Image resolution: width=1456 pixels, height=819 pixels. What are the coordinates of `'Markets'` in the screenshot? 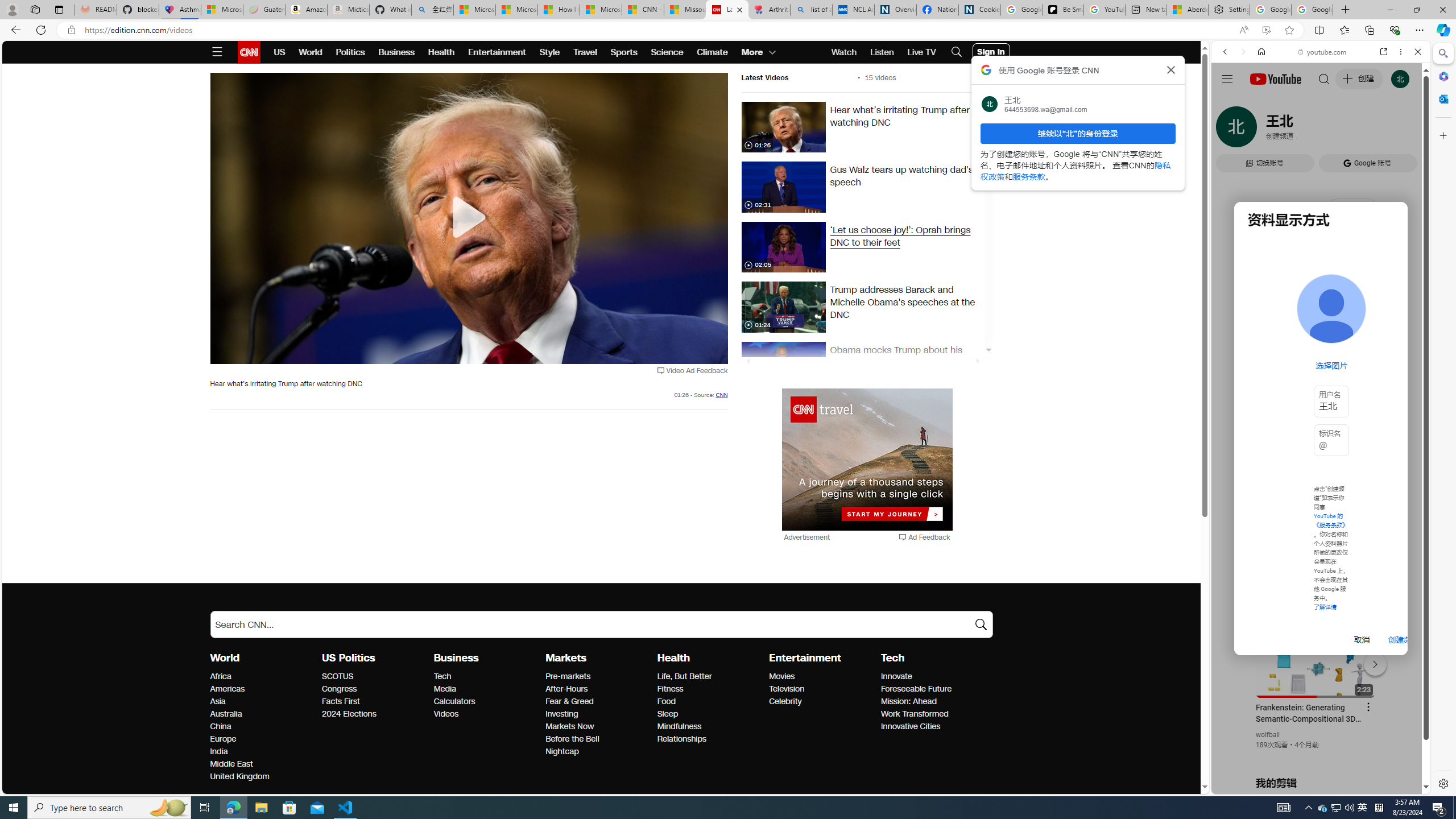 It's located at (565, 657).